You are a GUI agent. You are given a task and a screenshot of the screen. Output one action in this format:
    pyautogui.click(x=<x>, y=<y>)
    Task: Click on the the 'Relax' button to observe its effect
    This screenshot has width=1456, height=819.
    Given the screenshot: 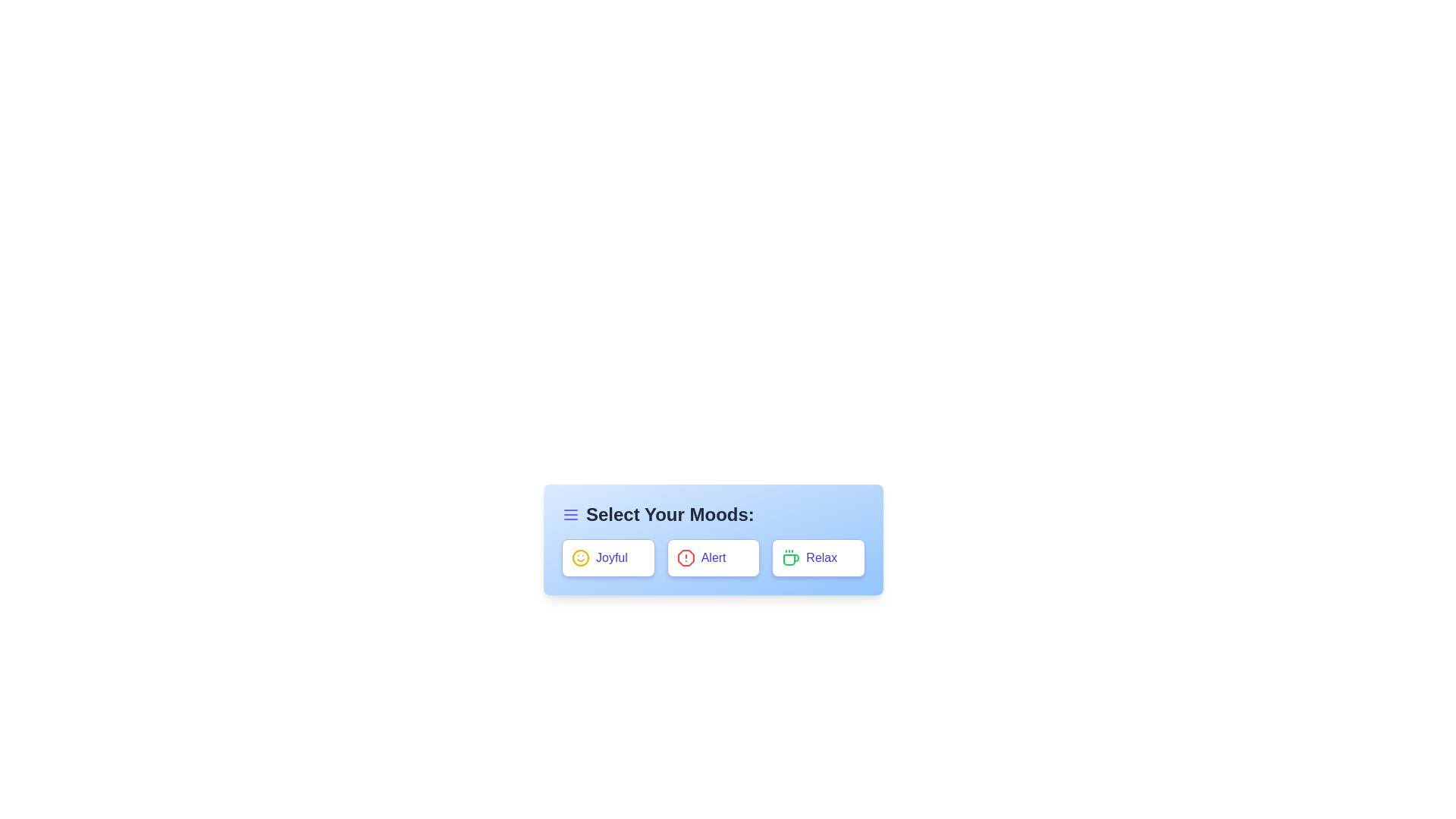 What is the action you would take?
    pyautogui.click(x=818, y=558)
    